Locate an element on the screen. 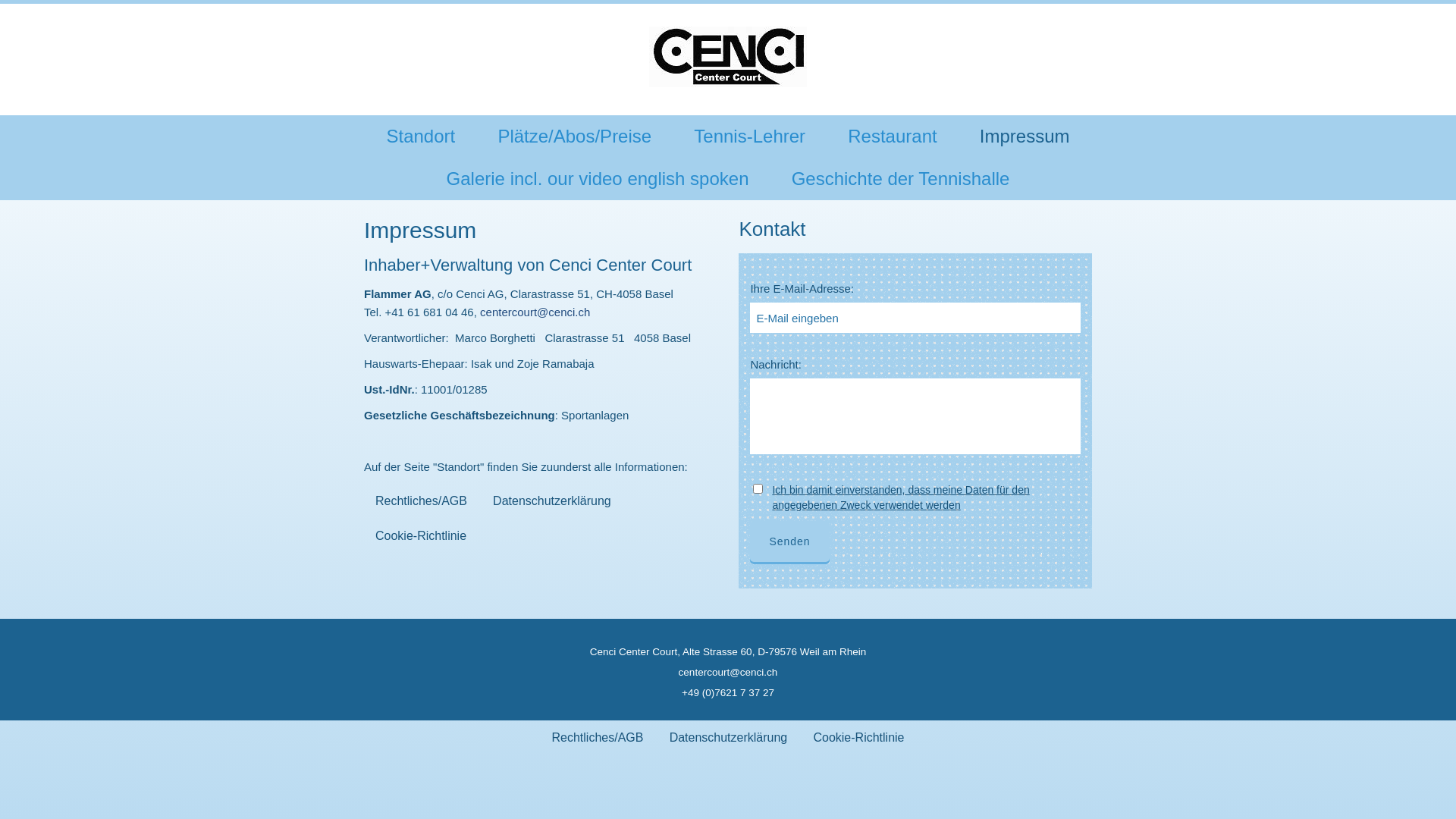  'Cookie-Richtlinie' is located at coordinates (800, 736).